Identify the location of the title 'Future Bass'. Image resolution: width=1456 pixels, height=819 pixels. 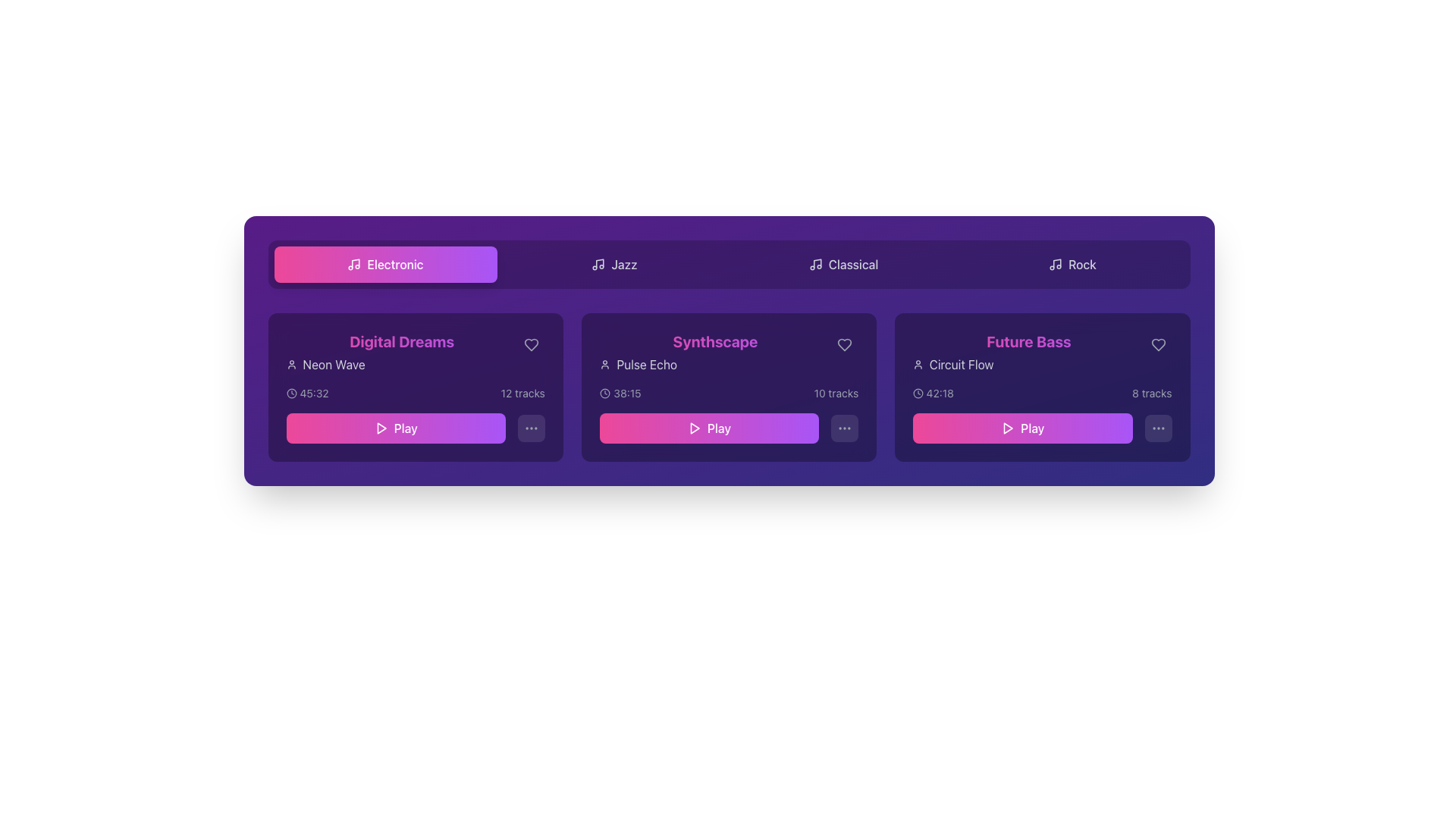
(1028, 353).